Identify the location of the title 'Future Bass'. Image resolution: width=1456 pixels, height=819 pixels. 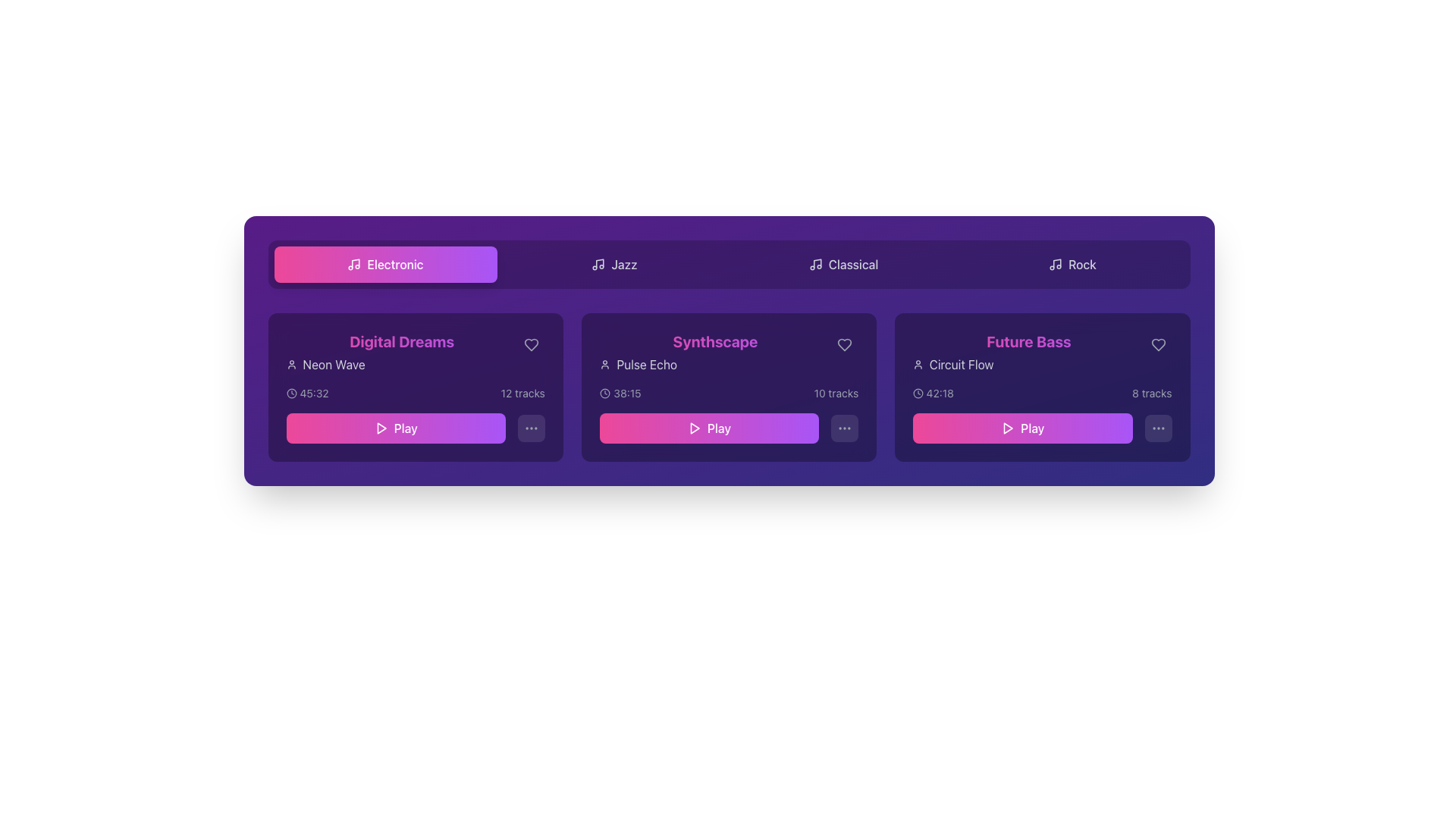
(1028, 353).